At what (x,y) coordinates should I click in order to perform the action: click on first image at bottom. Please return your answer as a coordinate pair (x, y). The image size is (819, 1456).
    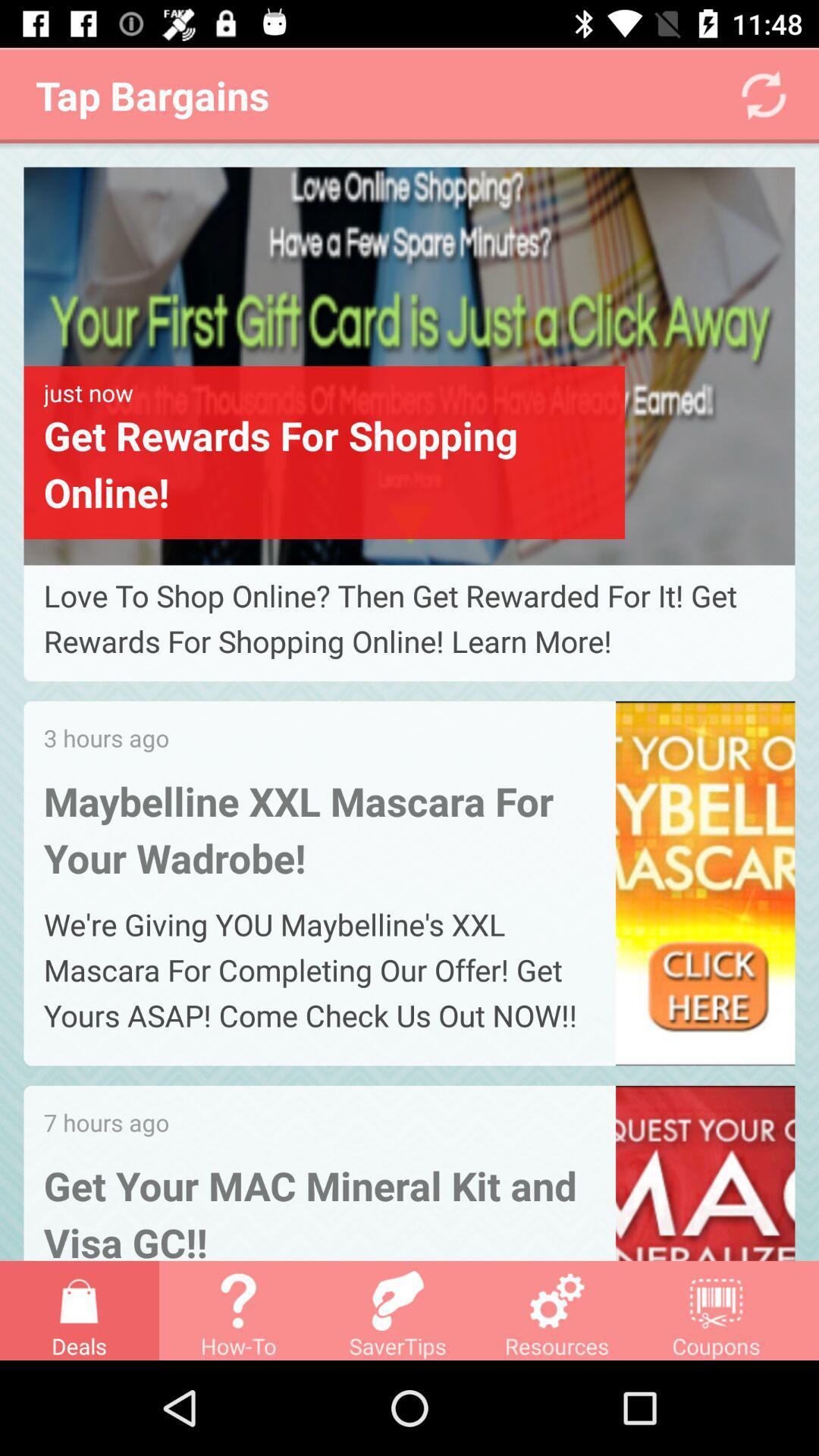
    Looking at the image, I should click on (409, 366).